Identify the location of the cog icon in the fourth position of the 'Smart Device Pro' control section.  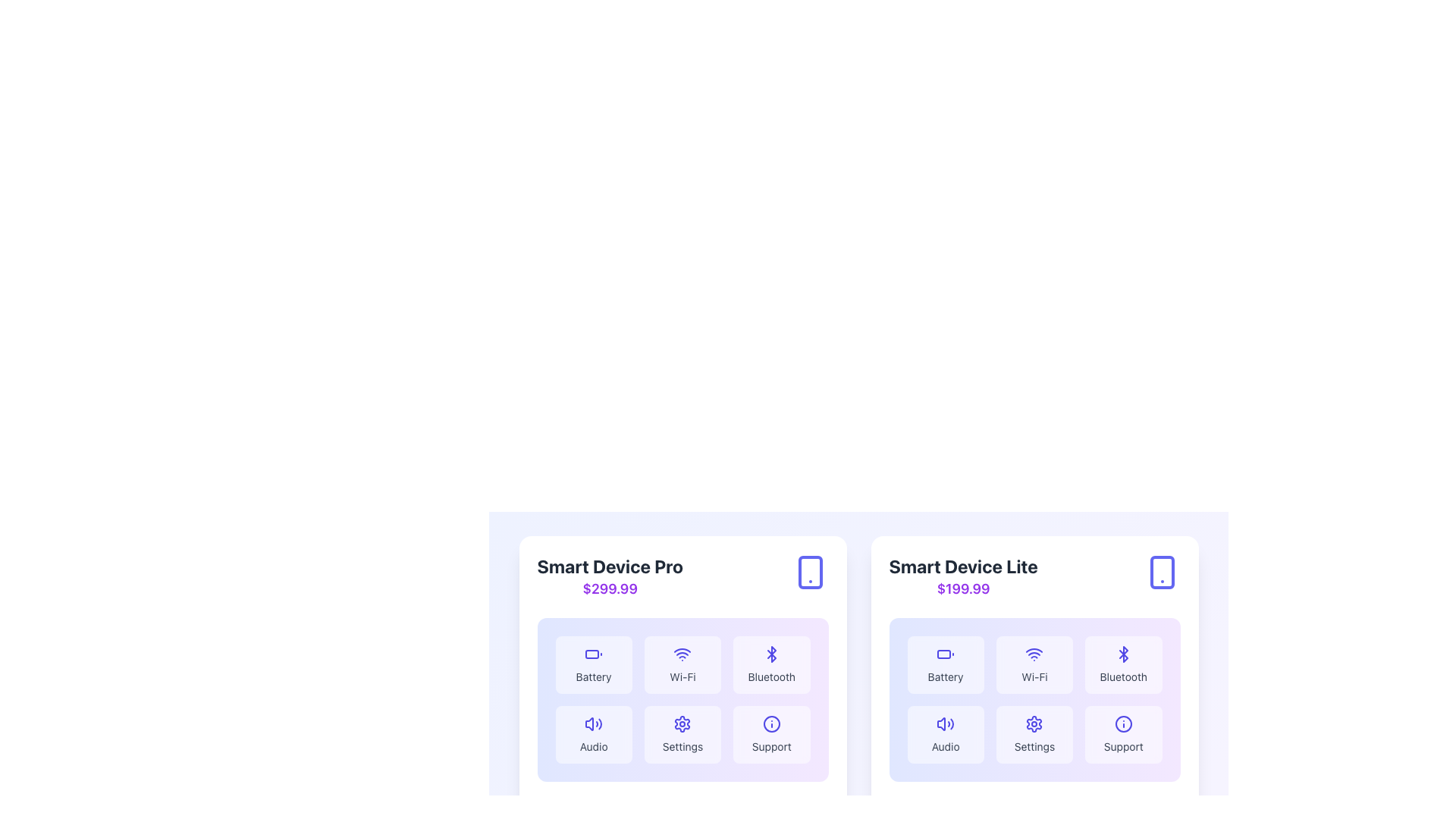
(682, 723).